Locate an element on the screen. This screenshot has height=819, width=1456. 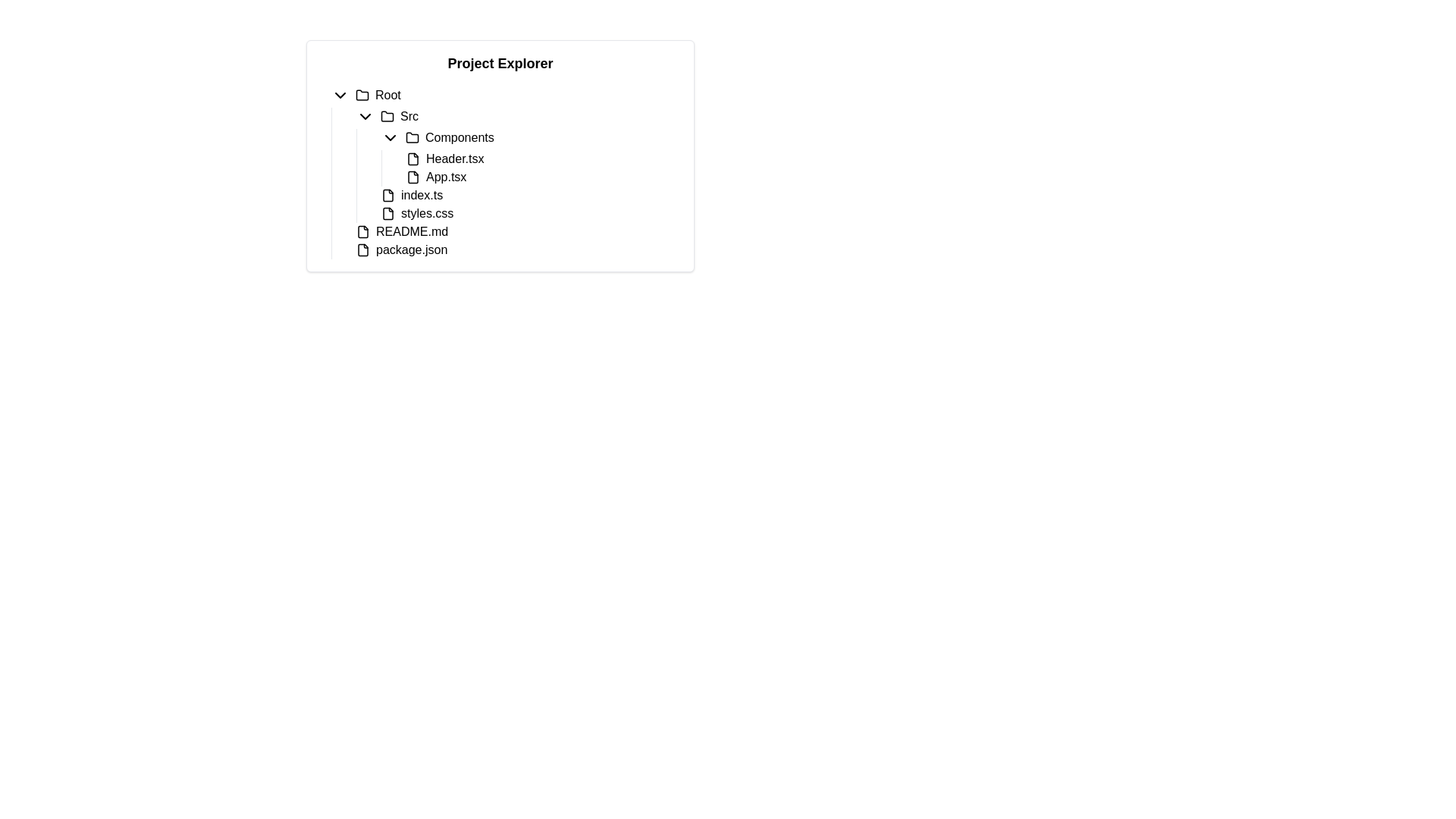
the small square icon resembling a document file, which is positioned beside the text 'styles.css' is located at coordinates (388, 213).